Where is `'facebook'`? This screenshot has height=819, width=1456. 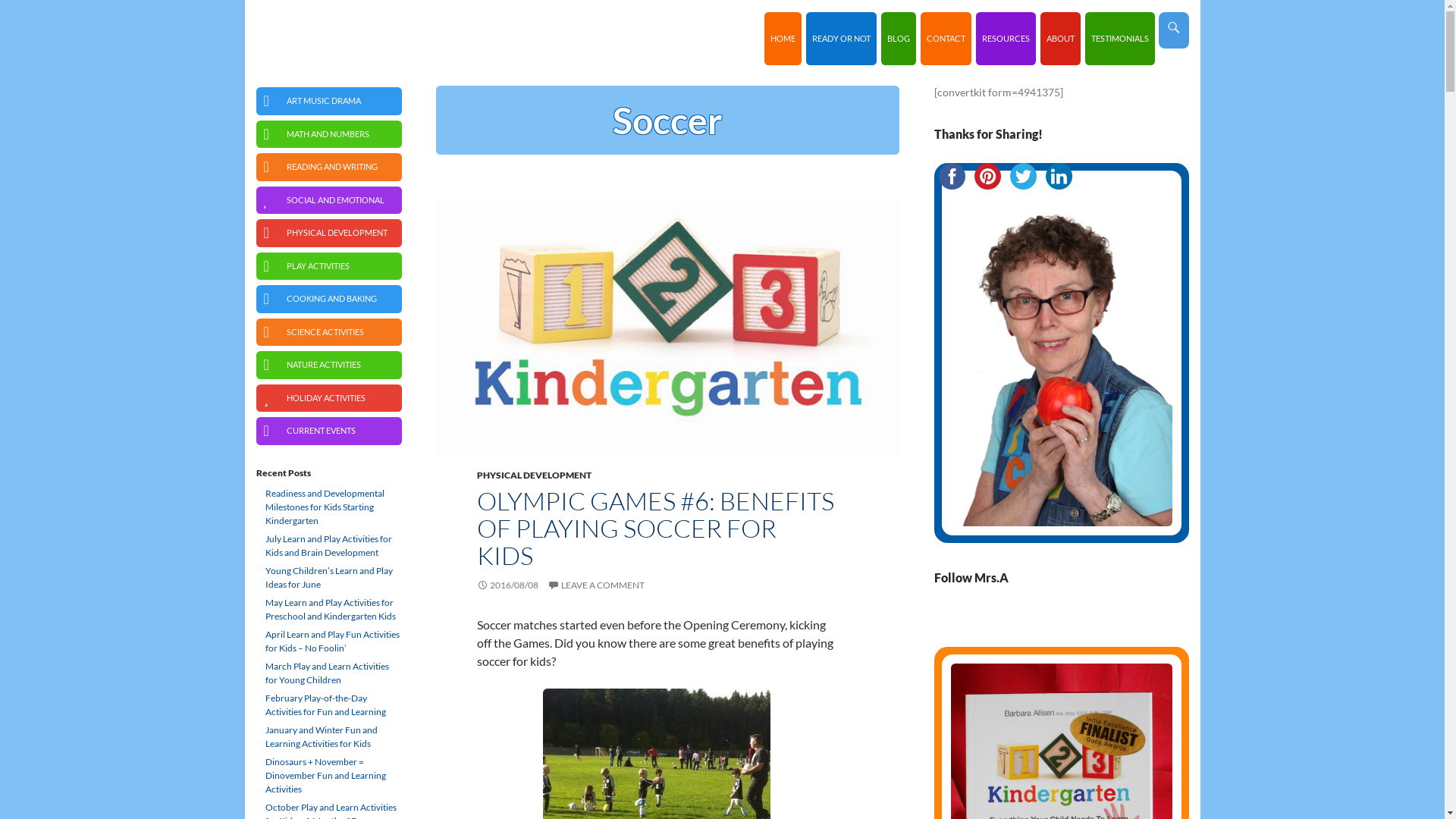
'facebook' is located at coordinates (951, 175).